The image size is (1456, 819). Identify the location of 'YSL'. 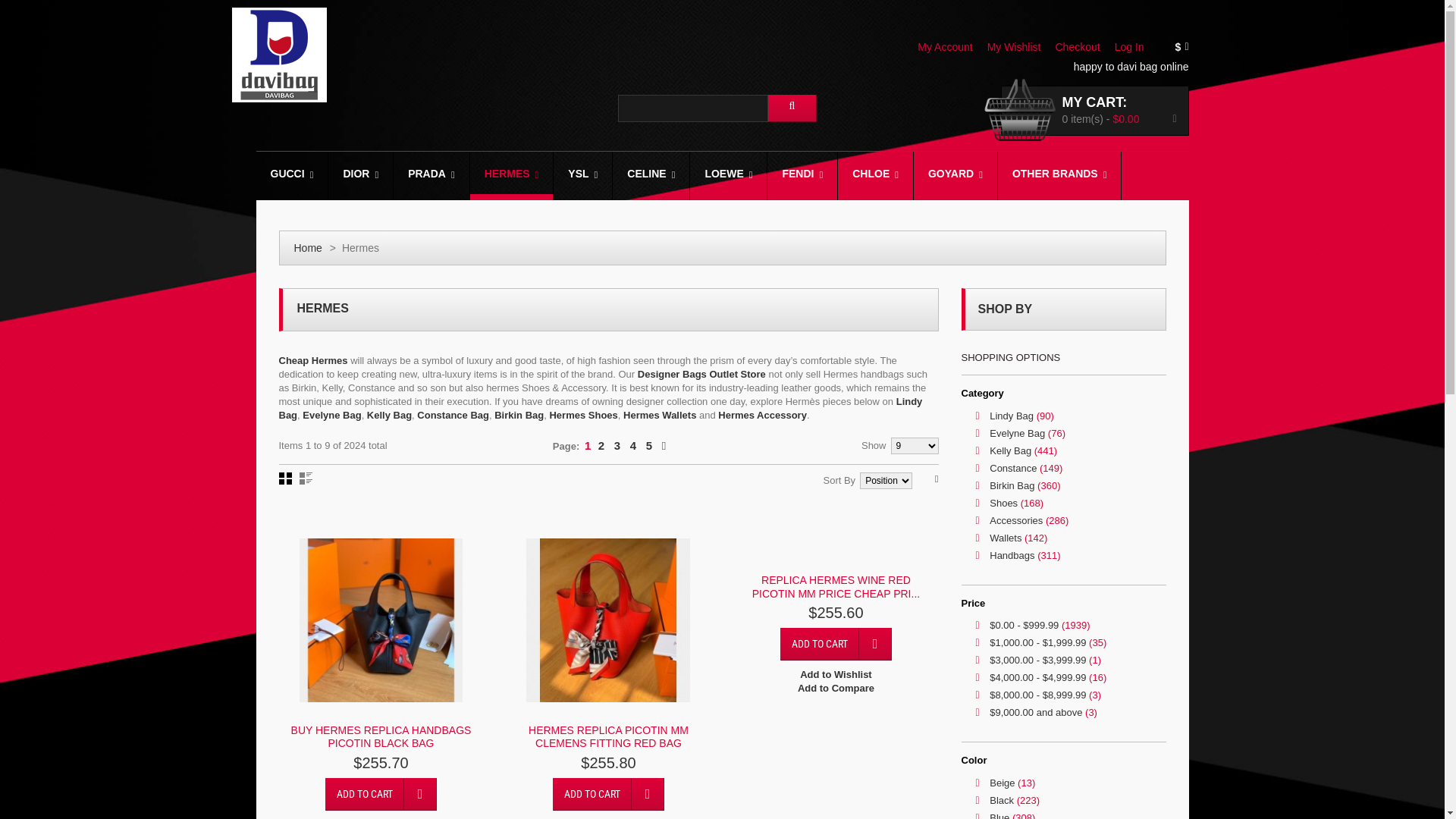
(582, 174).